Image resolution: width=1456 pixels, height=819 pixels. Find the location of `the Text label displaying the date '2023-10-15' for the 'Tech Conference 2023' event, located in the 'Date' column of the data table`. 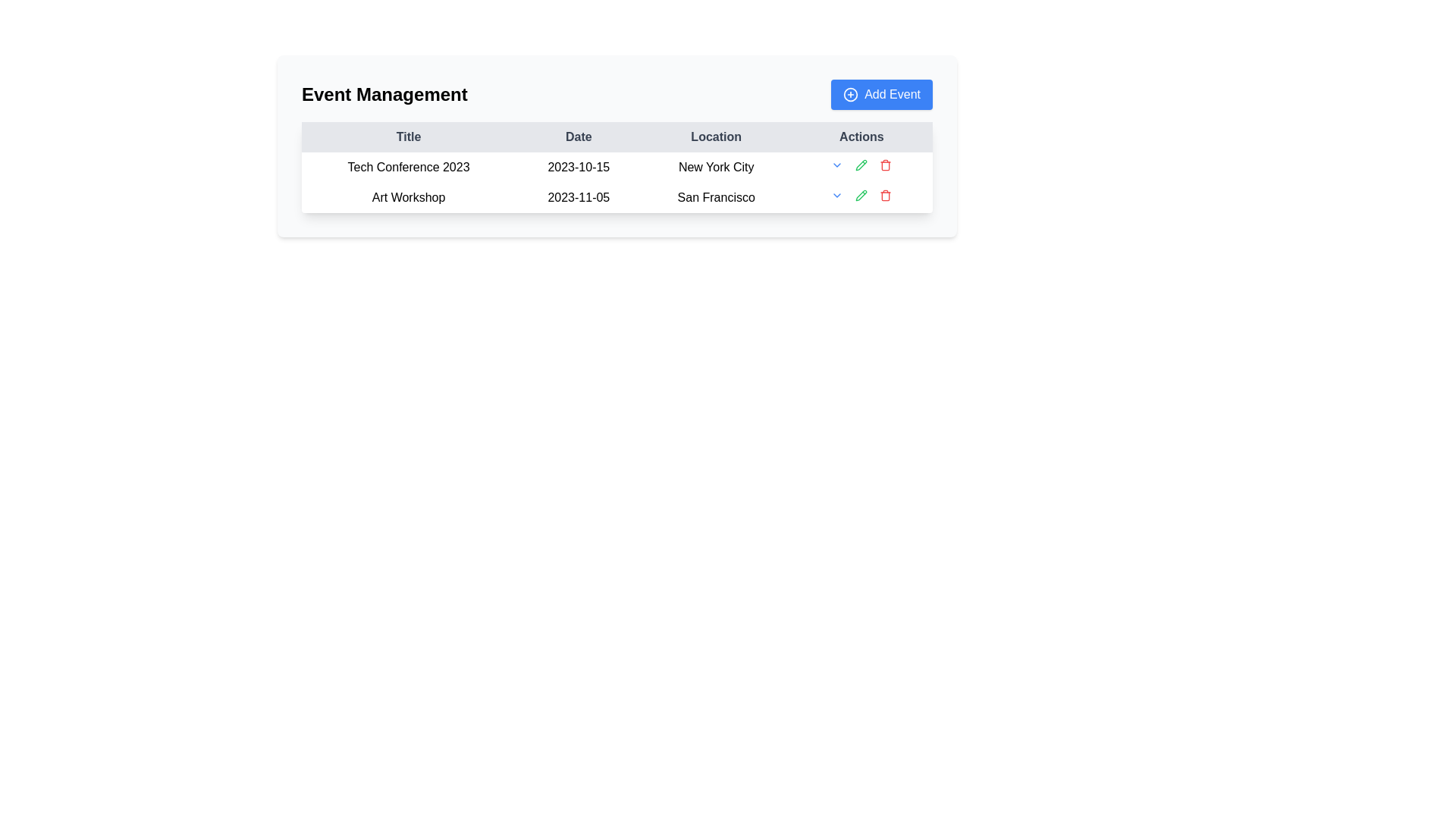

the Text label displaying the date '2023-10-15' for the 'Tech Conference 2023' event, located in the 'Date' column of the data table is located at coordinates (578, 167).